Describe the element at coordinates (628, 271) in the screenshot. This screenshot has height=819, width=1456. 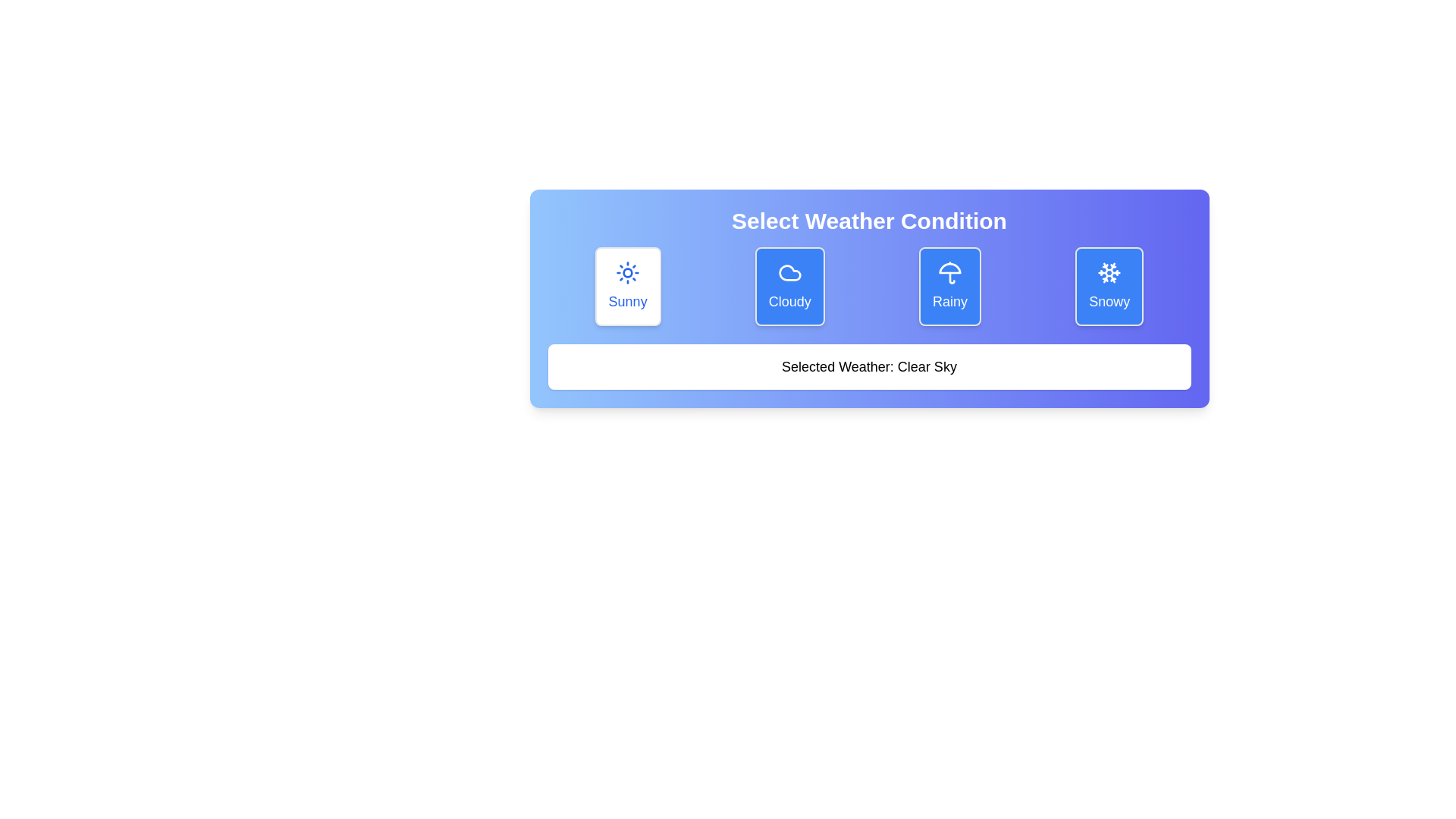
I see `the inner circle of the sunny weather icon, which is a decorative element representing the core of the sun` at that location.